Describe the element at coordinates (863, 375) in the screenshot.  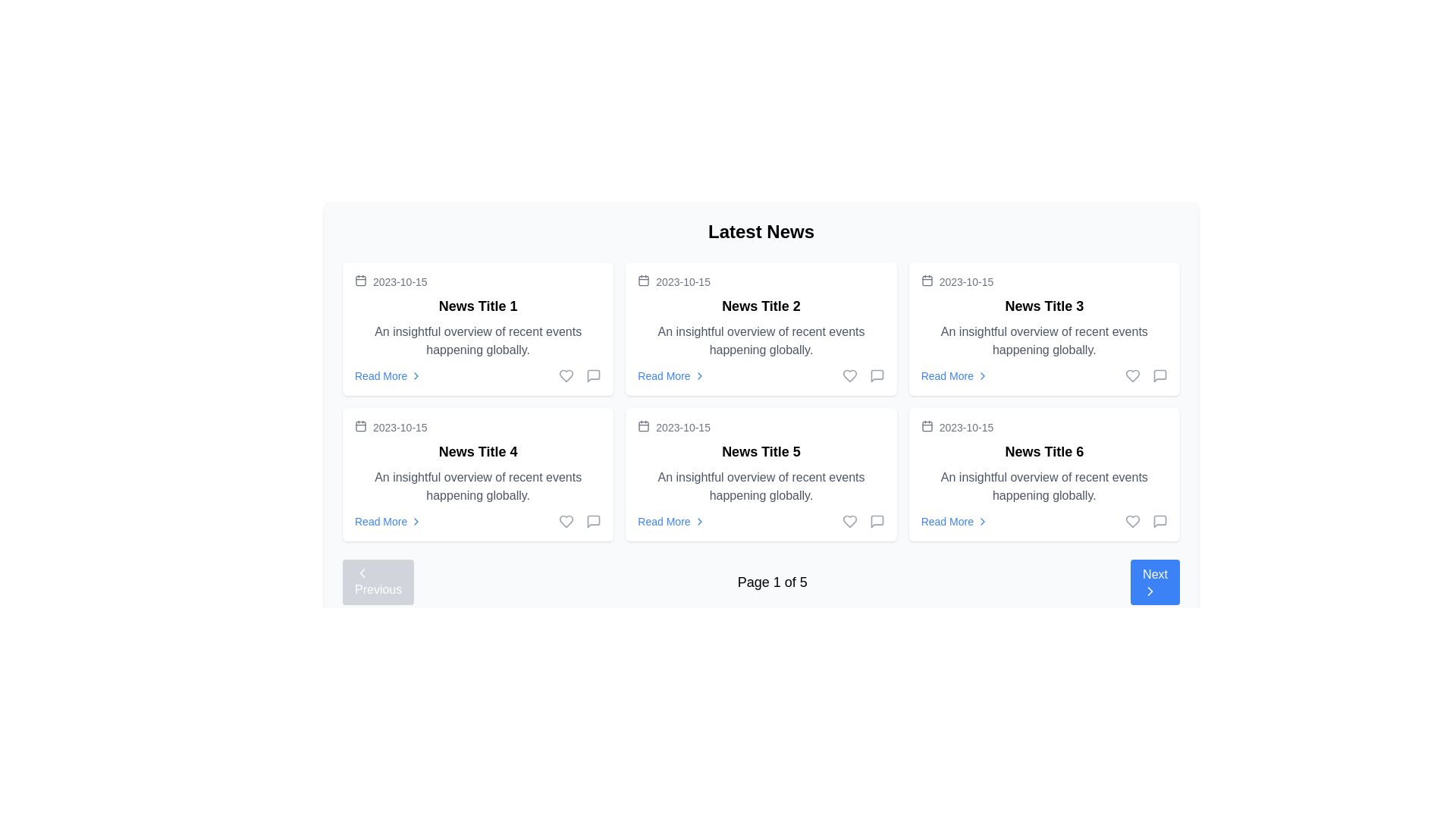
I see `the message square icon in the Icon group located at the bottom of the second news article to comment on the associated article` at that location.